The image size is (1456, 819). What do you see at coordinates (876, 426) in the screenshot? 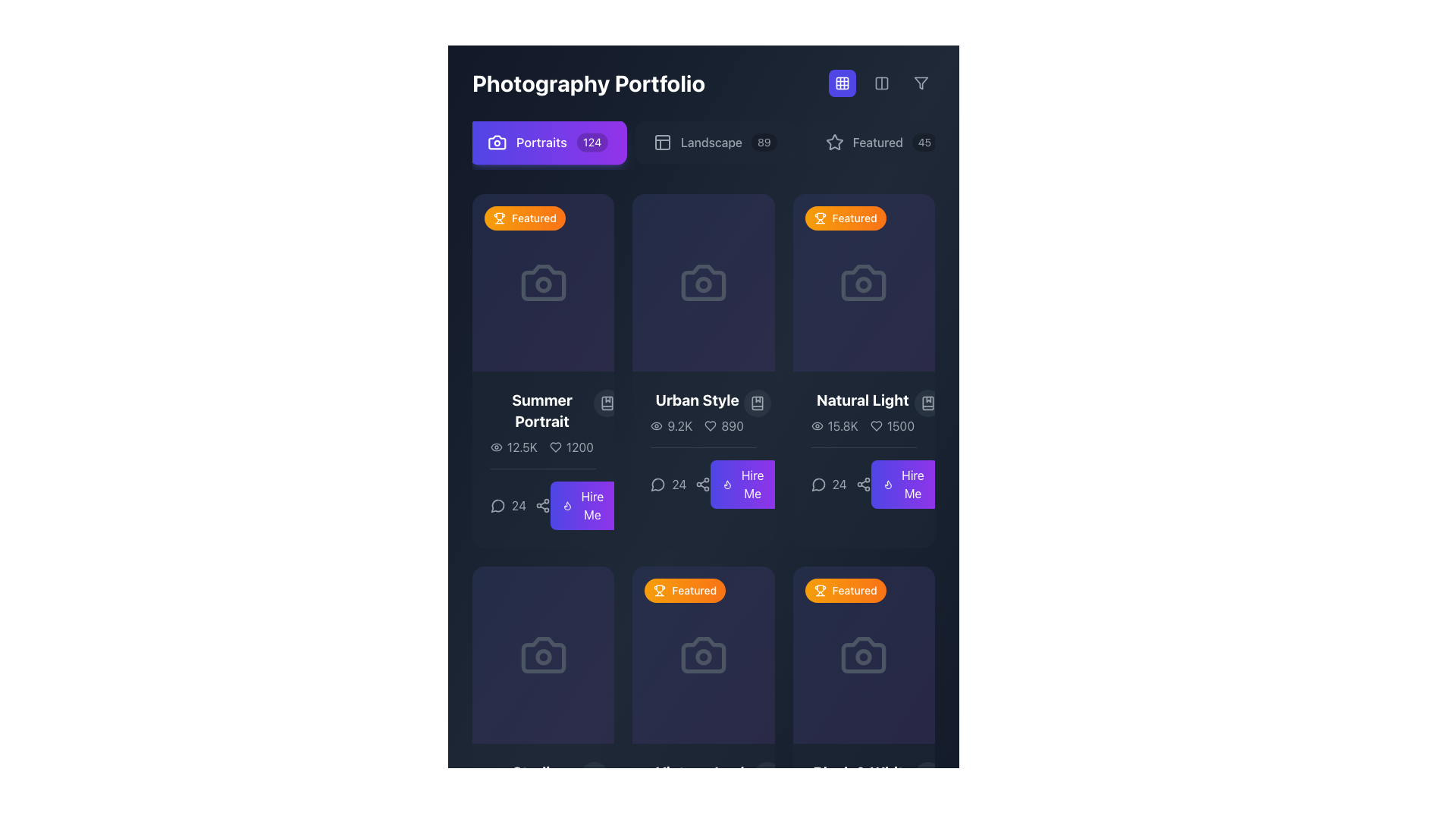
I see `the heart icon, which represents the 'like' feature and is located to the left of the text '1500' in the bottom section of a card element` at bounding box center [876, 426].